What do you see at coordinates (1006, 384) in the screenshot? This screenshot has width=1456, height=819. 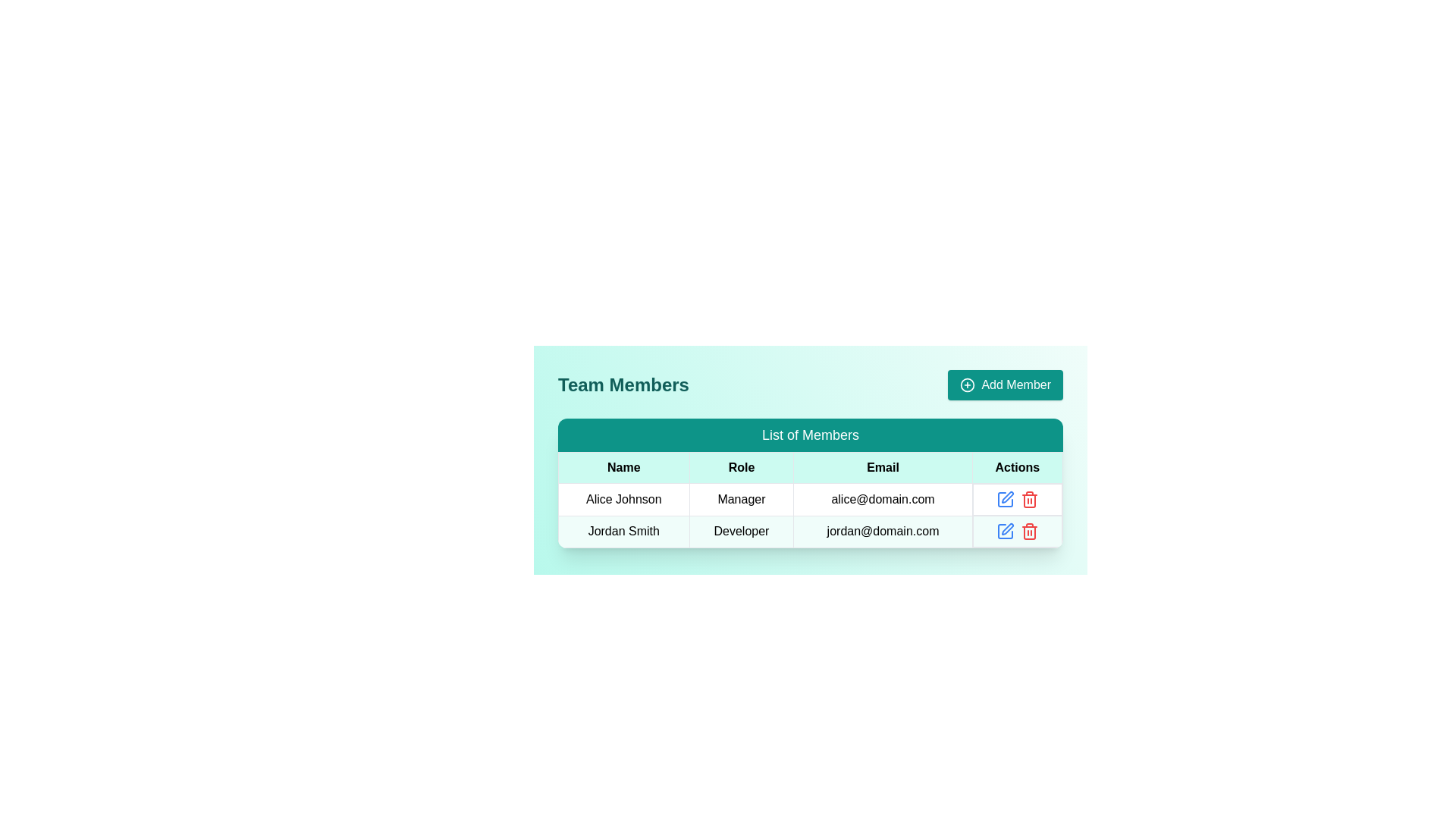 I see `the 'Add Member' button located in the upper right section of the layout, styled with a teal background and white text` at bounding box center [1006, 384].